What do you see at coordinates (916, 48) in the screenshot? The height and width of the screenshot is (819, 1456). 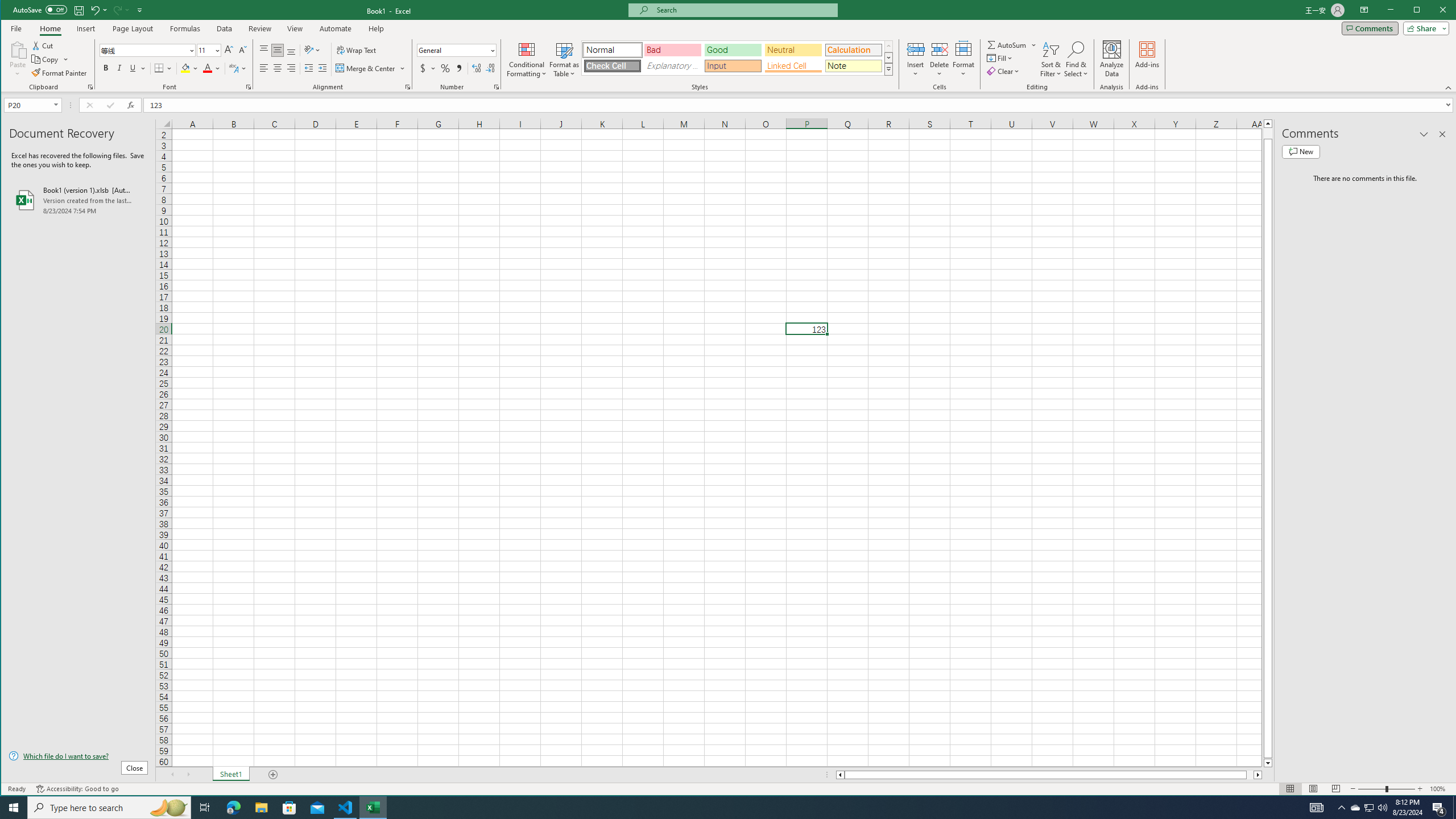 I see `'Insert Cells'` at bounding box center [916, 48].